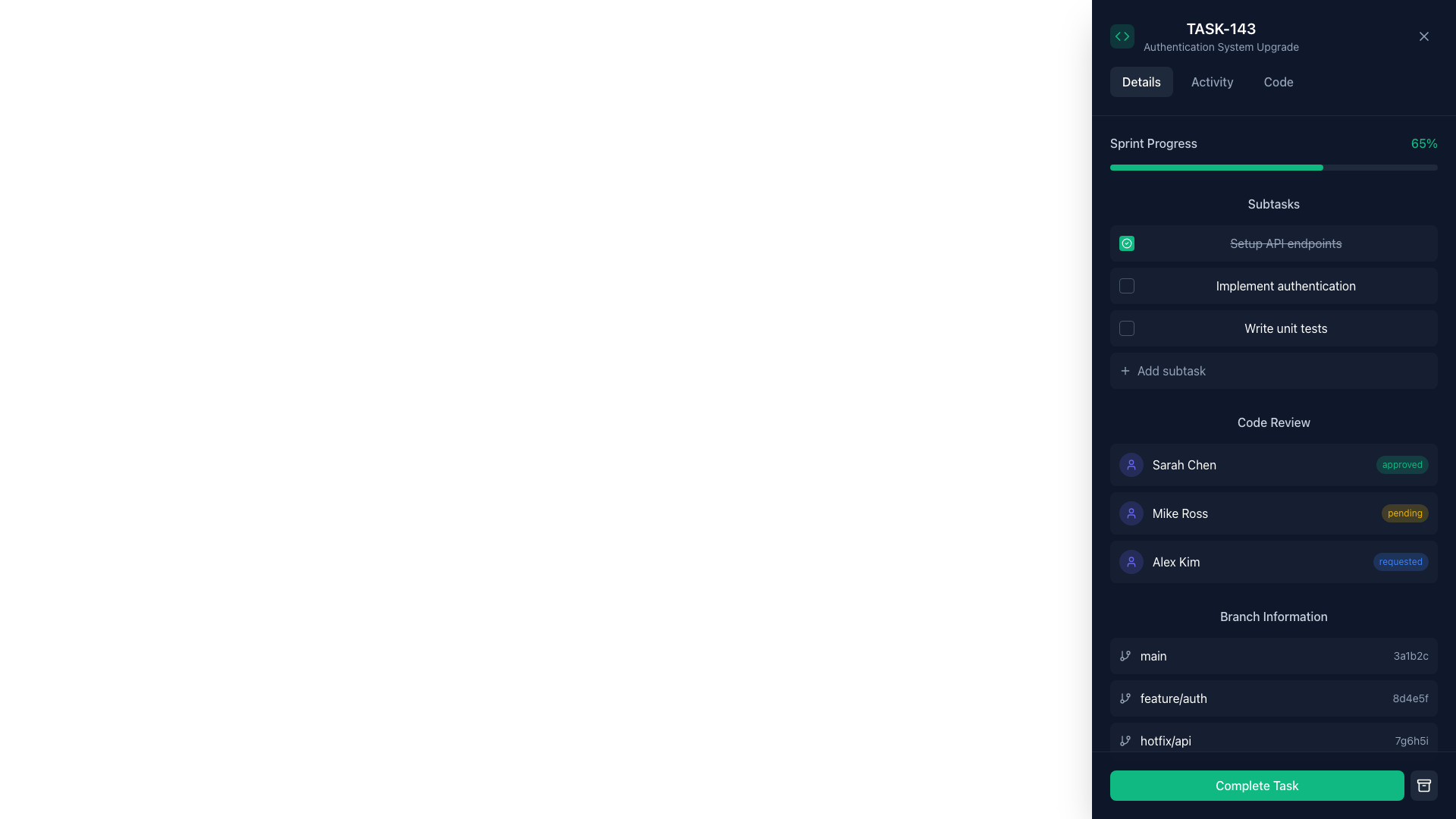  I want to click on the 'Activity' button located in the header section of the panel, so click(1211, 82).